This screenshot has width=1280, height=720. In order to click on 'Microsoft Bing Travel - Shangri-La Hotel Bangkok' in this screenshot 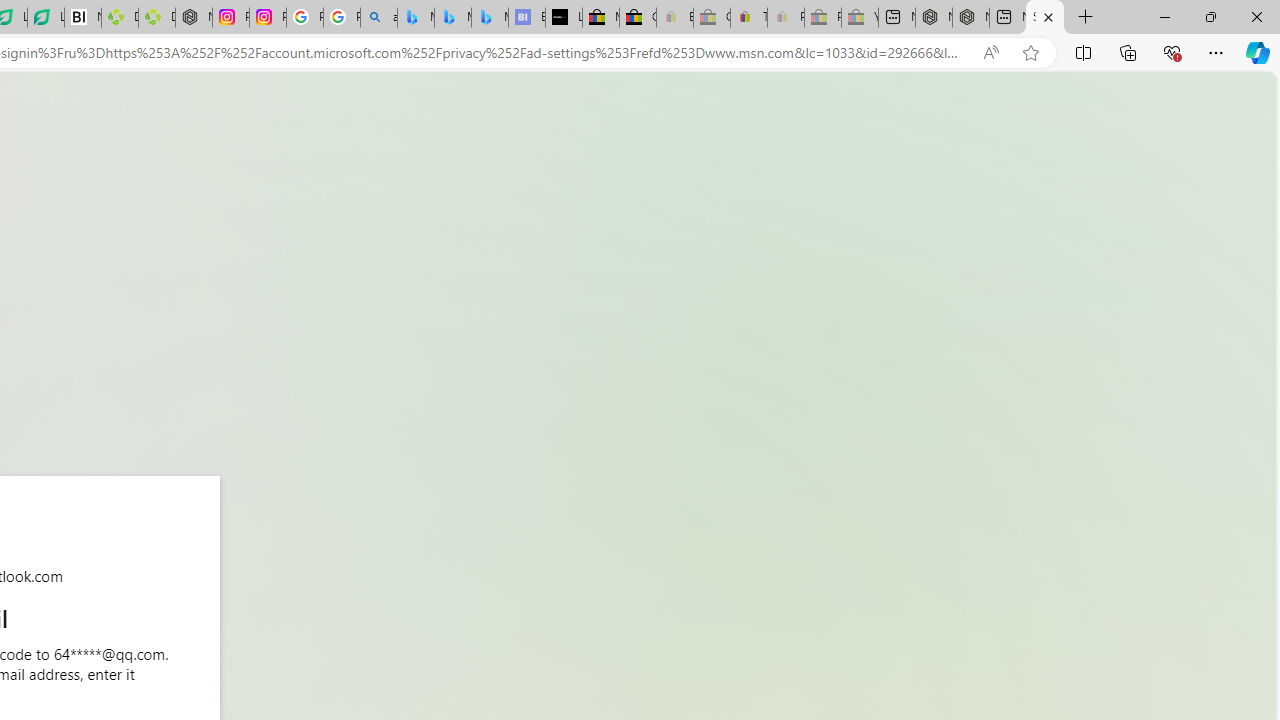, I will do `click(490, 17)`.